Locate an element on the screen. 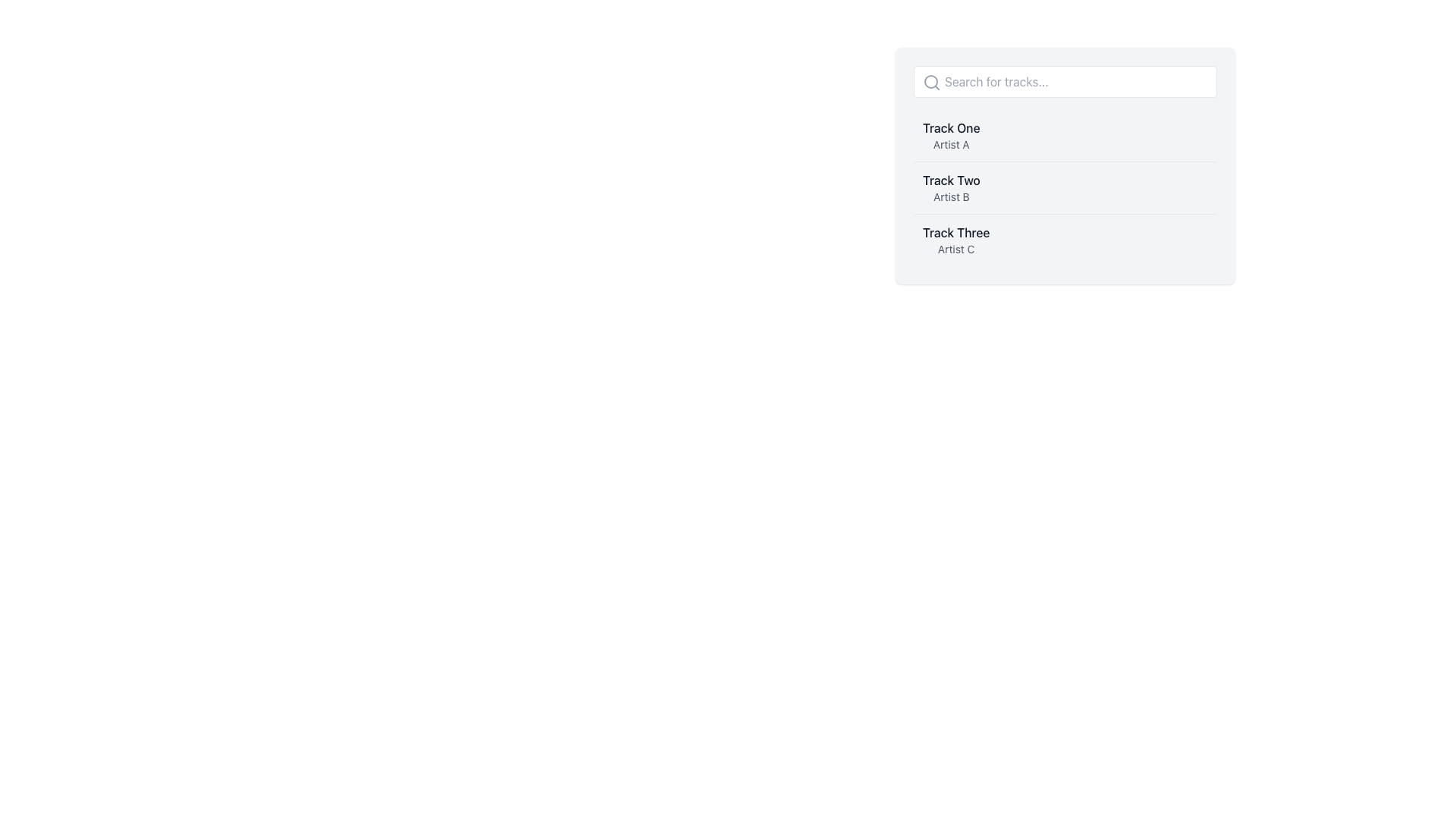 This screenshot has width=1456, height=819. the text label displaying 'Artist C', which is less prominent and aligned under the bold title 'Track Three' is located at coordinates (955, 248).